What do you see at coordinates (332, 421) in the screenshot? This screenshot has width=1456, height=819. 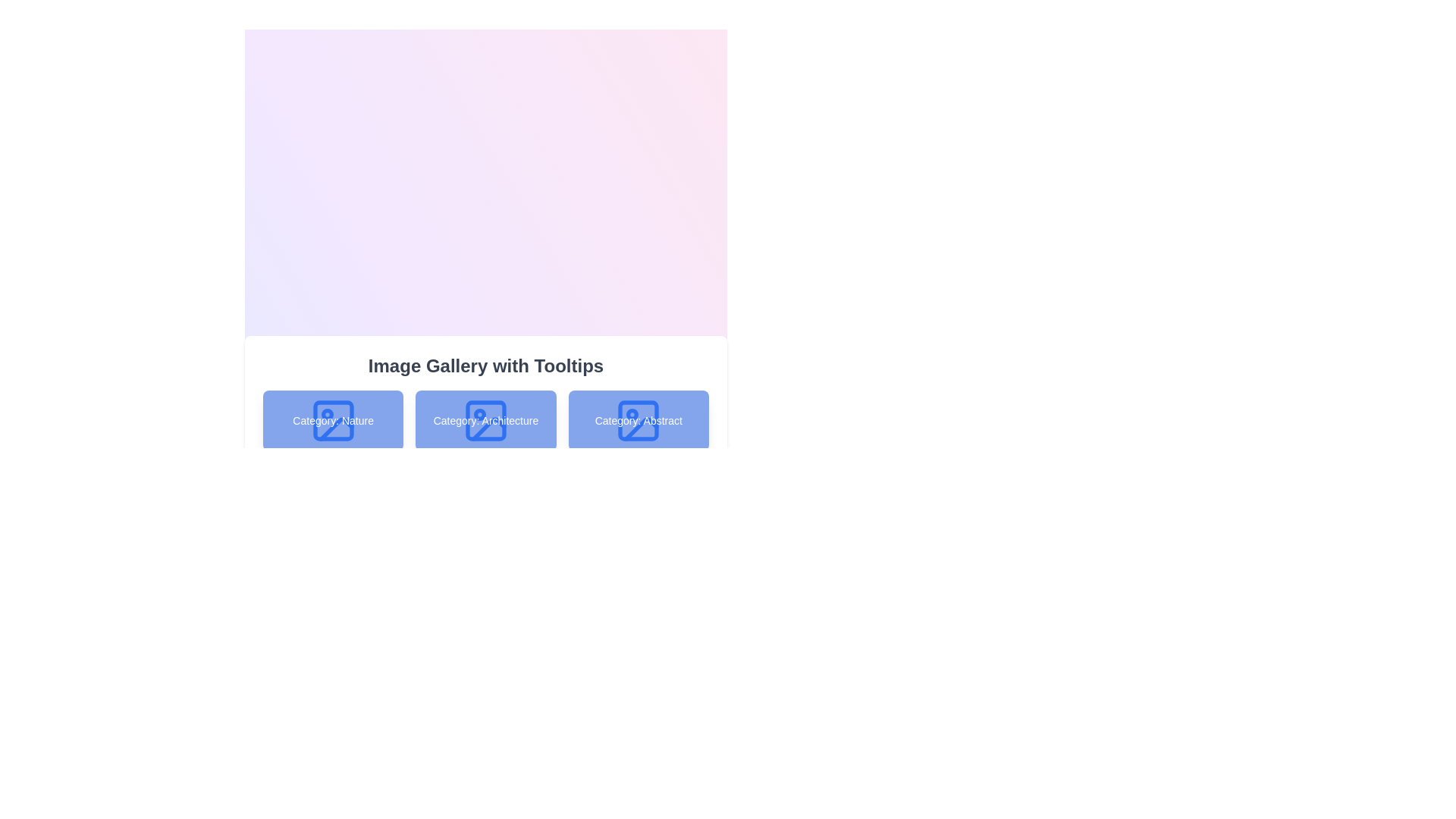 I see `the central SVG rectangle graphic that represents an image placeholder within the image gallery icon` at bounding box center [332, 421].